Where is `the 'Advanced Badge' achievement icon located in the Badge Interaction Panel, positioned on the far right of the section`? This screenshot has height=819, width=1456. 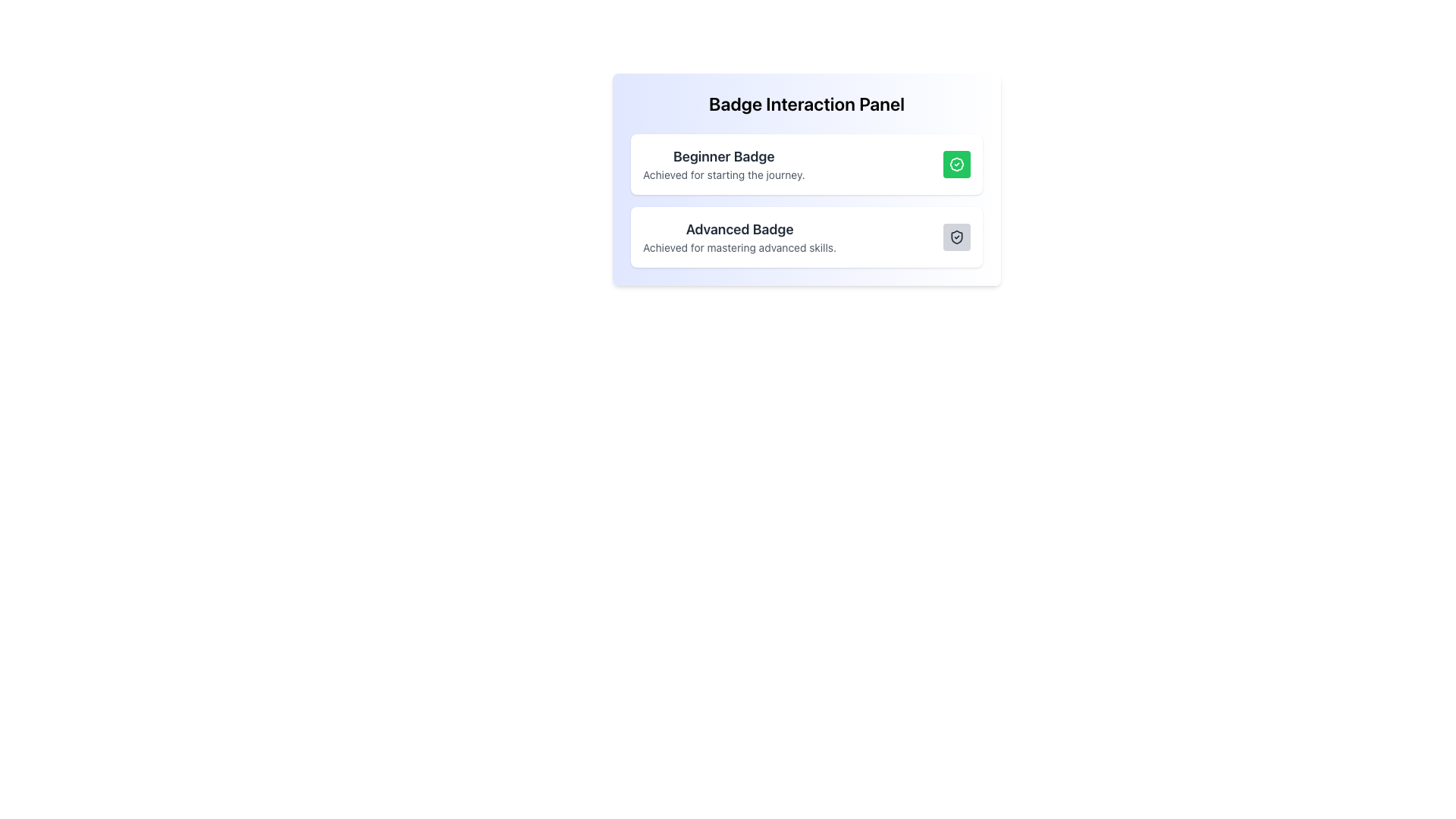
the 'Advanced Badge' achievement icon located in the Badge Interaction Panel, positioned on the far right of the section is located at coordinates (956, 237).